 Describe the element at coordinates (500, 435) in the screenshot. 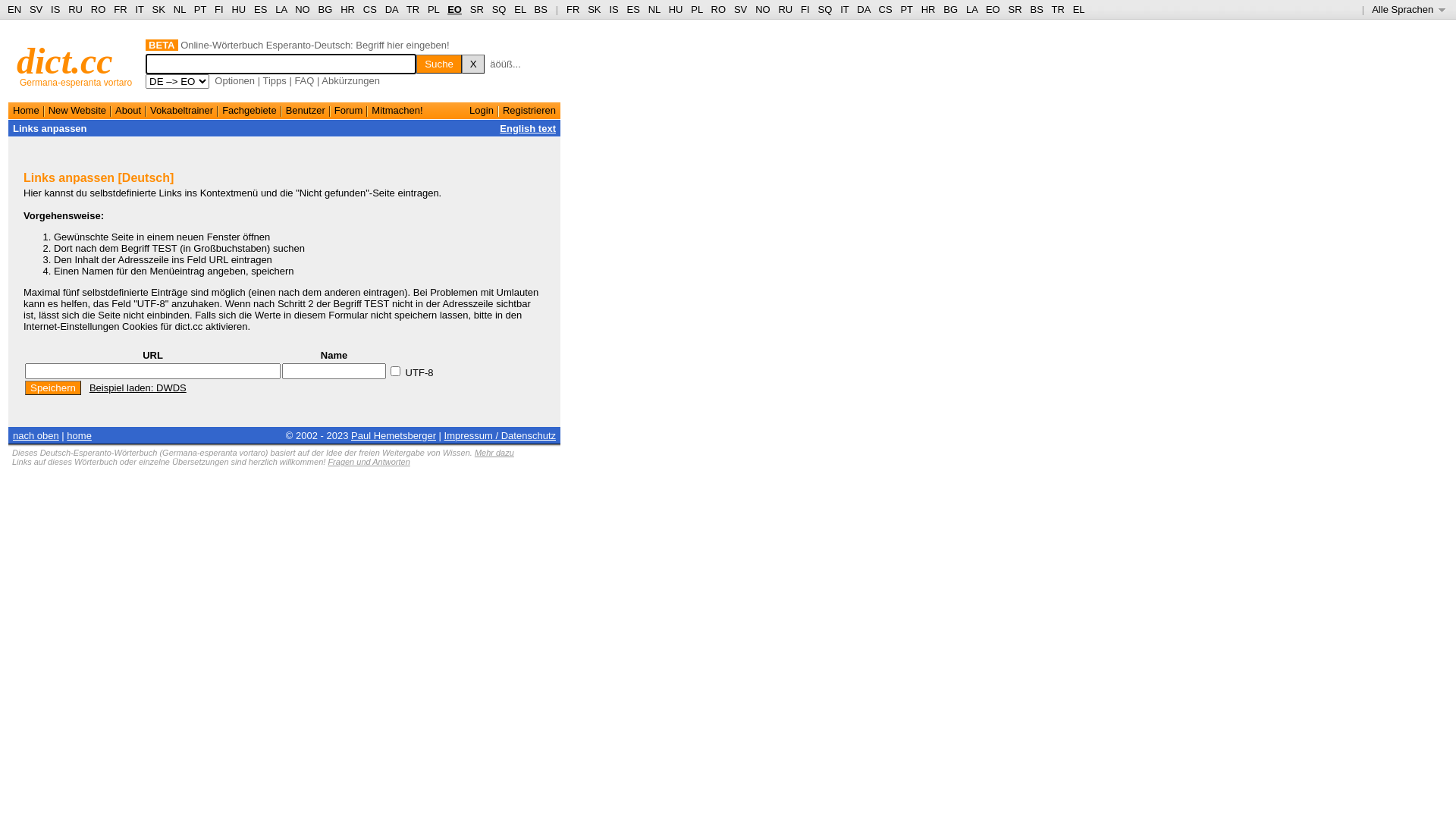

I see `'Impressum / Datenschutz'` at that location.